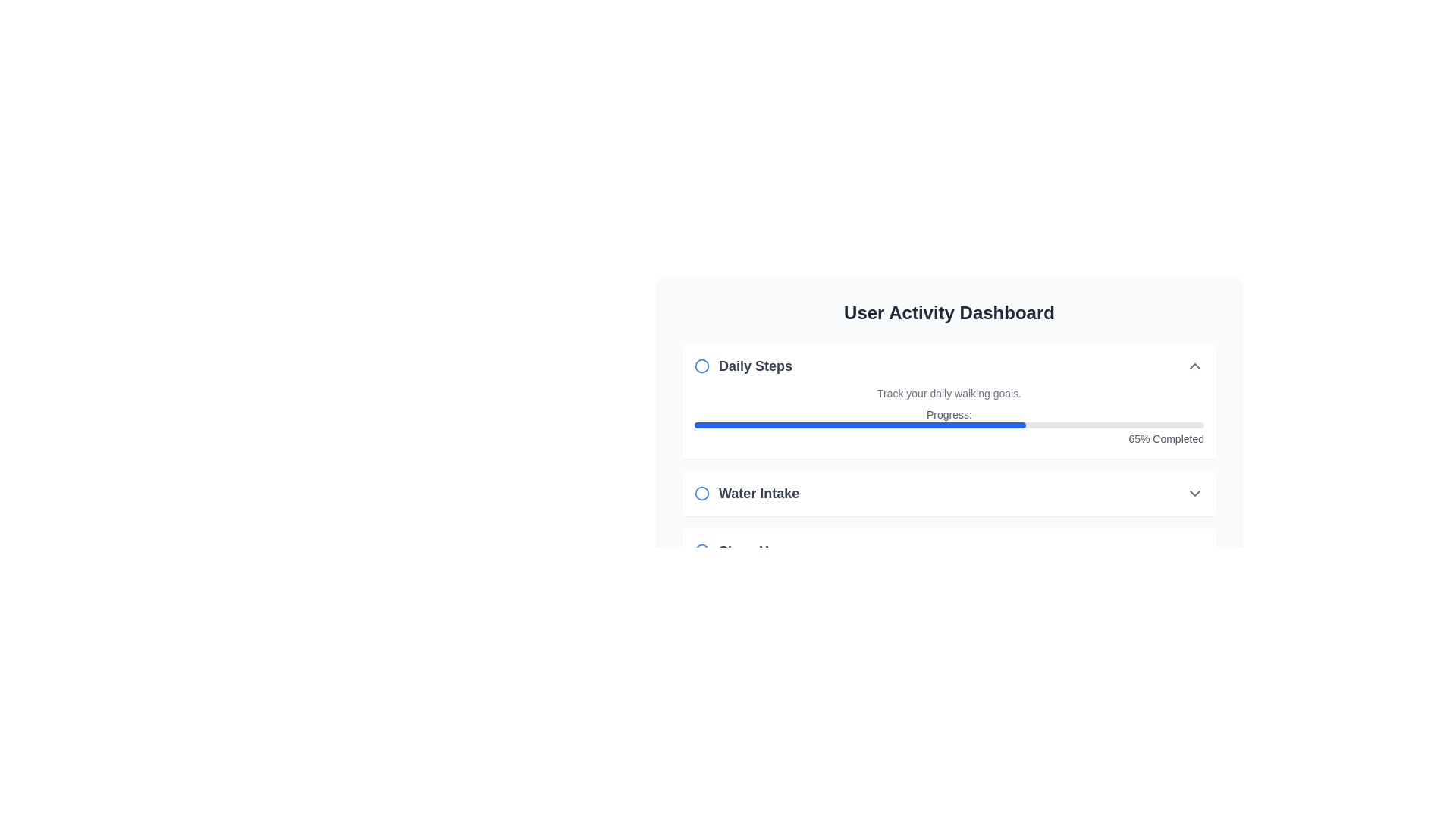 The height and width of the screenshot is (819, 1456). What do you see at coordinates (701, 494) in the screenshot?
I see `the blue circular icon with a thin blue border located to the left of the 'Water Intake' text label` at bounding box center [701, 494].